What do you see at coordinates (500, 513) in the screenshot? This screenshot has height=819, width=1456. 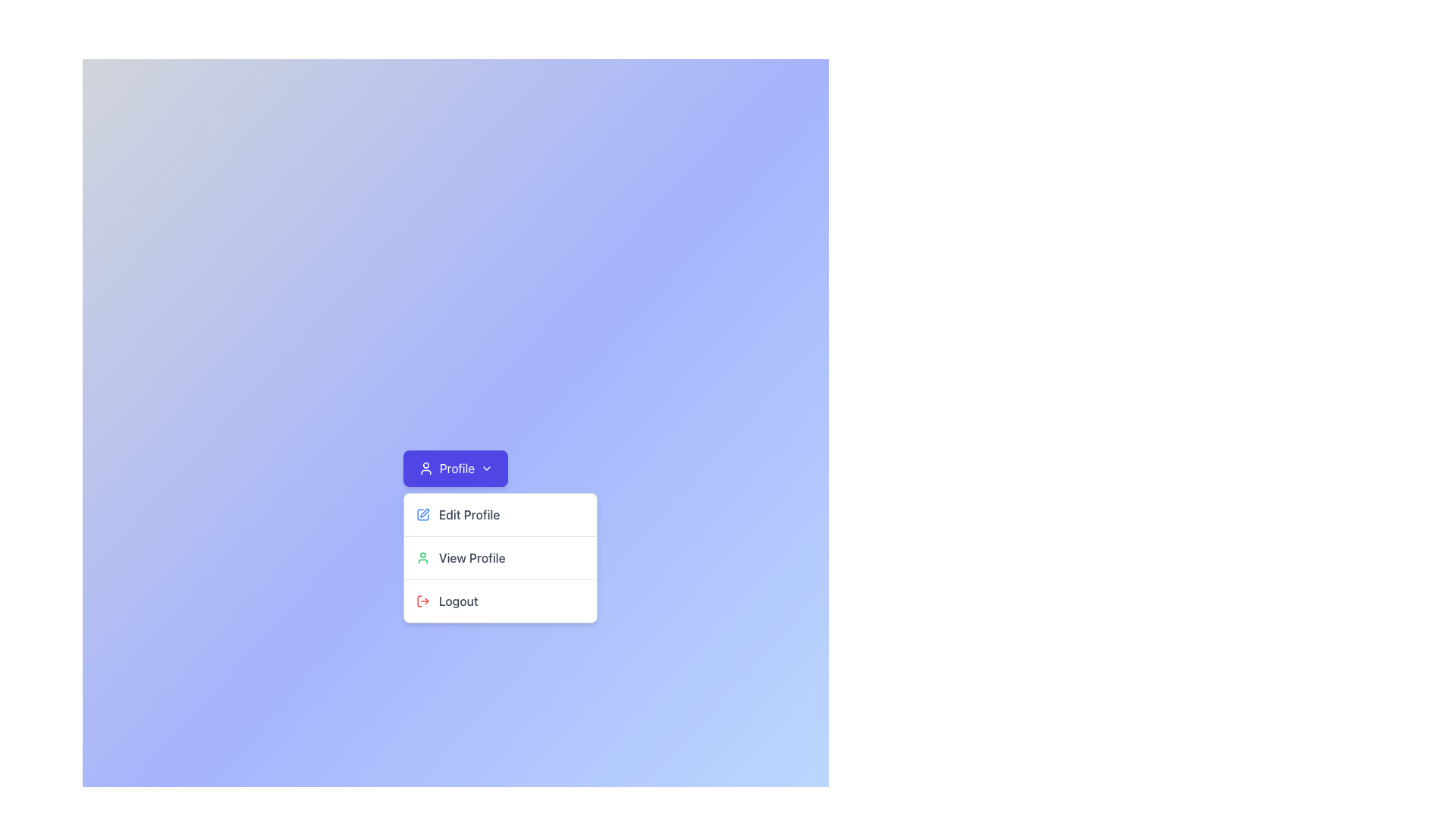 I see `the 'Edit Profile' menu item, which is the first item in a dropdown list` at bounding box center [500, 513].